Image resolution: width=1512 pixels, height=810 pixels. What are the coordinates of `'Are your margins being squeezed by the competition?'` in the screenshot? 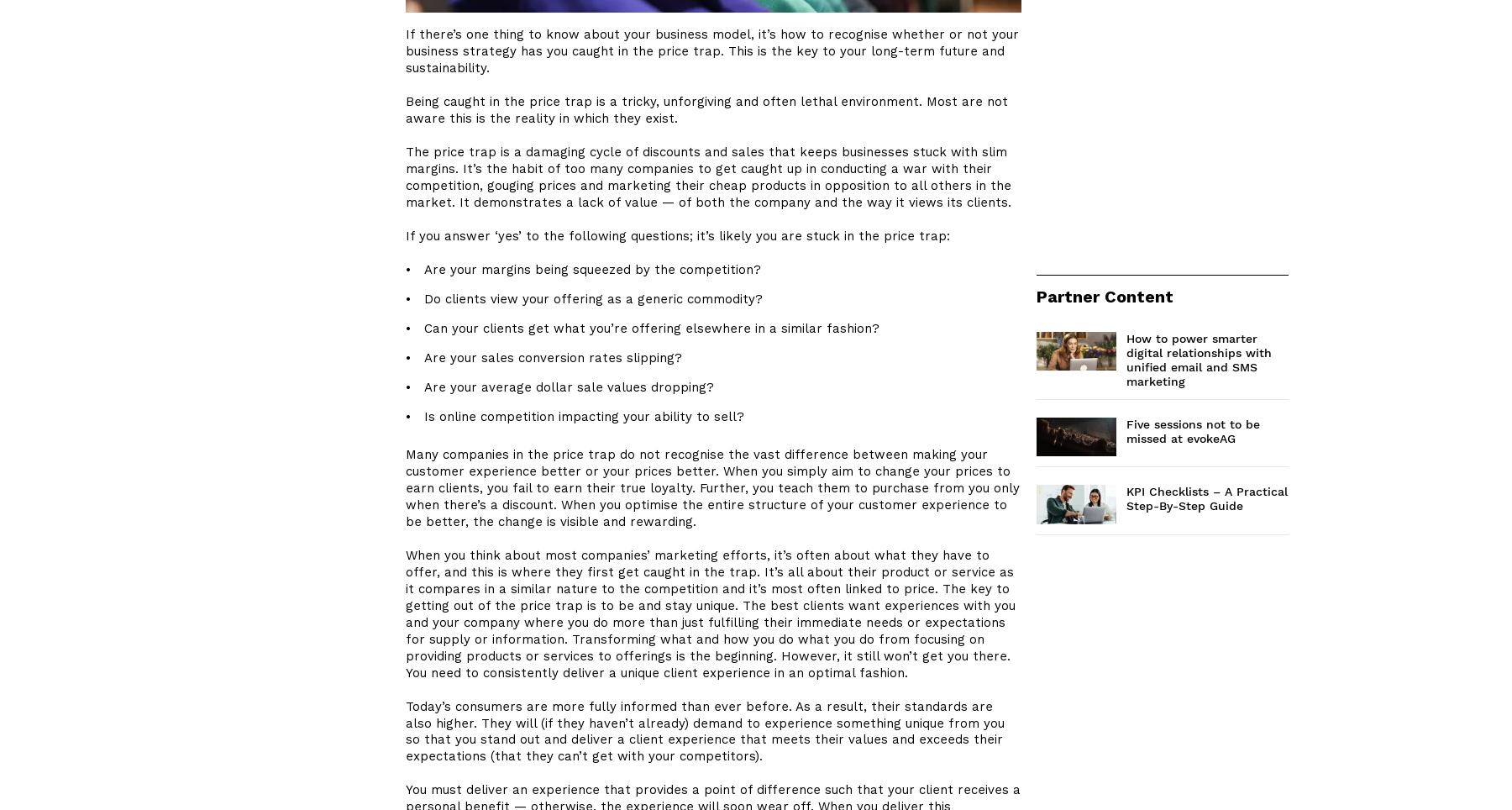 It's located at (591, 270).